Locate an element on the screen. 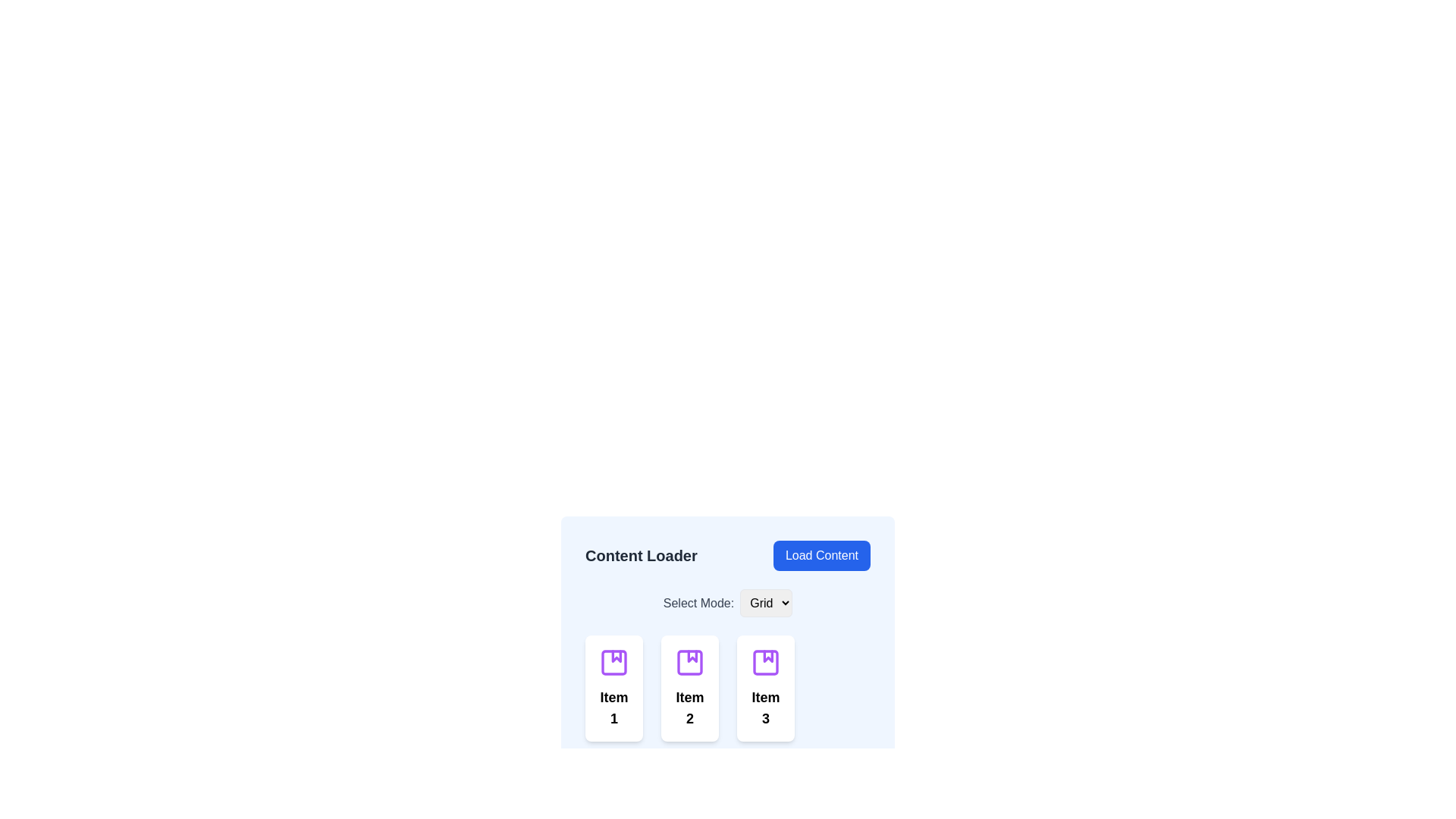  the blue rectangular button with rounded corners labeled 'Load Content' is located at coordinates (821, 555).